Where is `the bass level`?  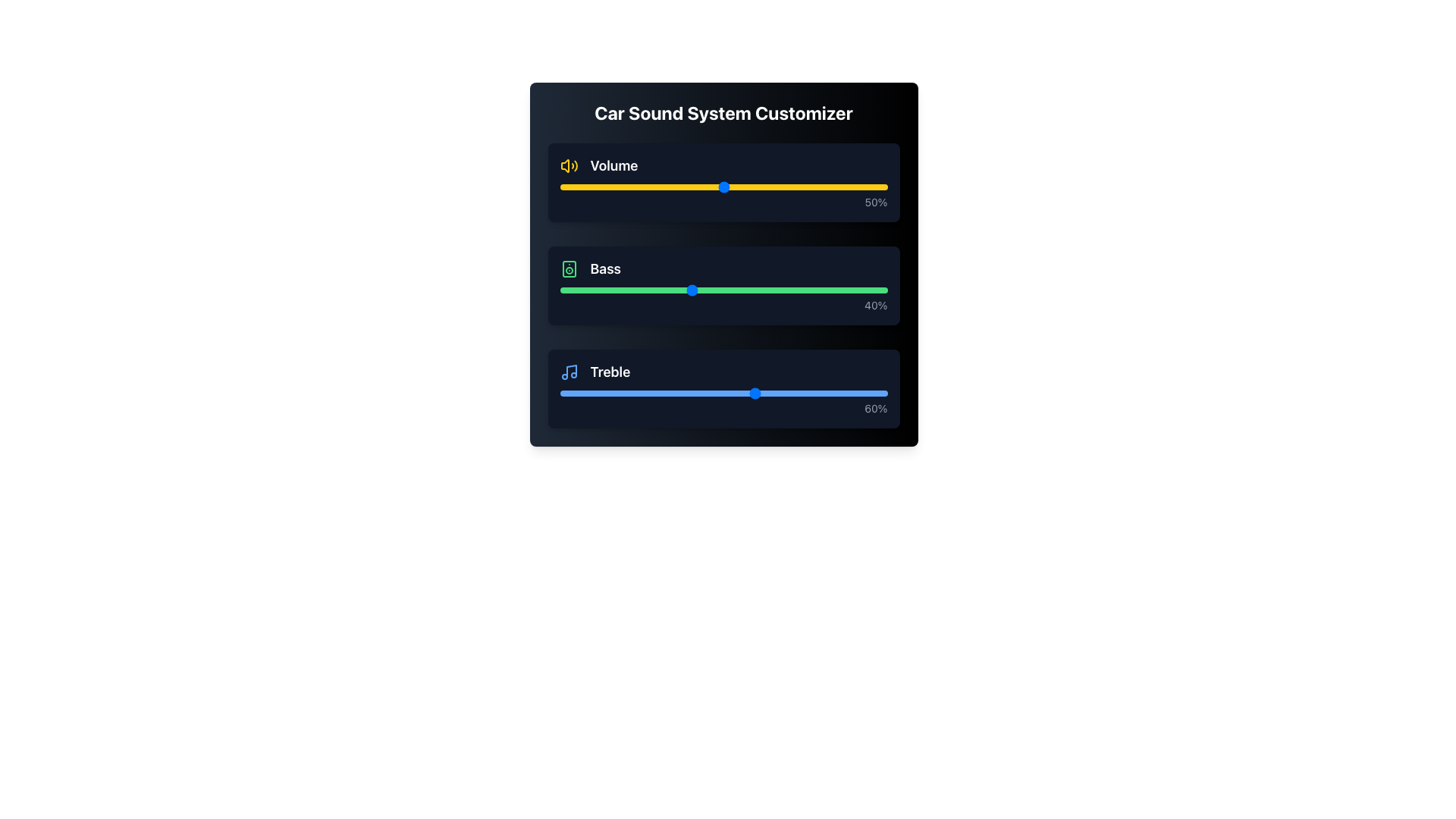 the bass level is located at coordinates (676, 290).